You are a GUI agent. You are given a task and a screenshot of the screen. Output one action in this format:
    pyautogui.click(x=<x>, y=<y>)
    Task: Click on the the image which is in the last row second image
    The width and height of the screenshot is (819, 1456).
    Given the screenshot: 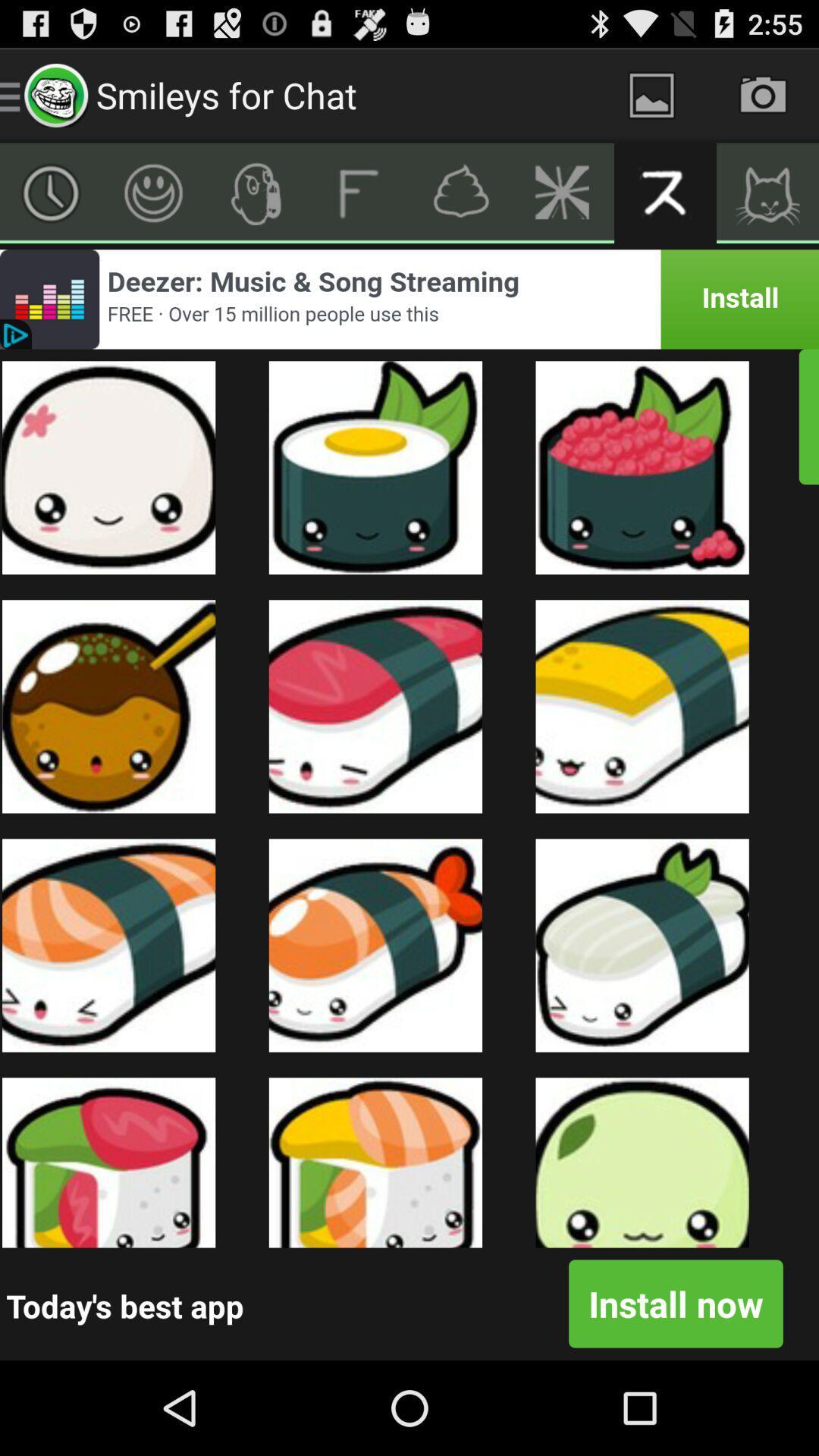 What is the action you would take?
    pyautogui.click(x=375, y=1162)
    